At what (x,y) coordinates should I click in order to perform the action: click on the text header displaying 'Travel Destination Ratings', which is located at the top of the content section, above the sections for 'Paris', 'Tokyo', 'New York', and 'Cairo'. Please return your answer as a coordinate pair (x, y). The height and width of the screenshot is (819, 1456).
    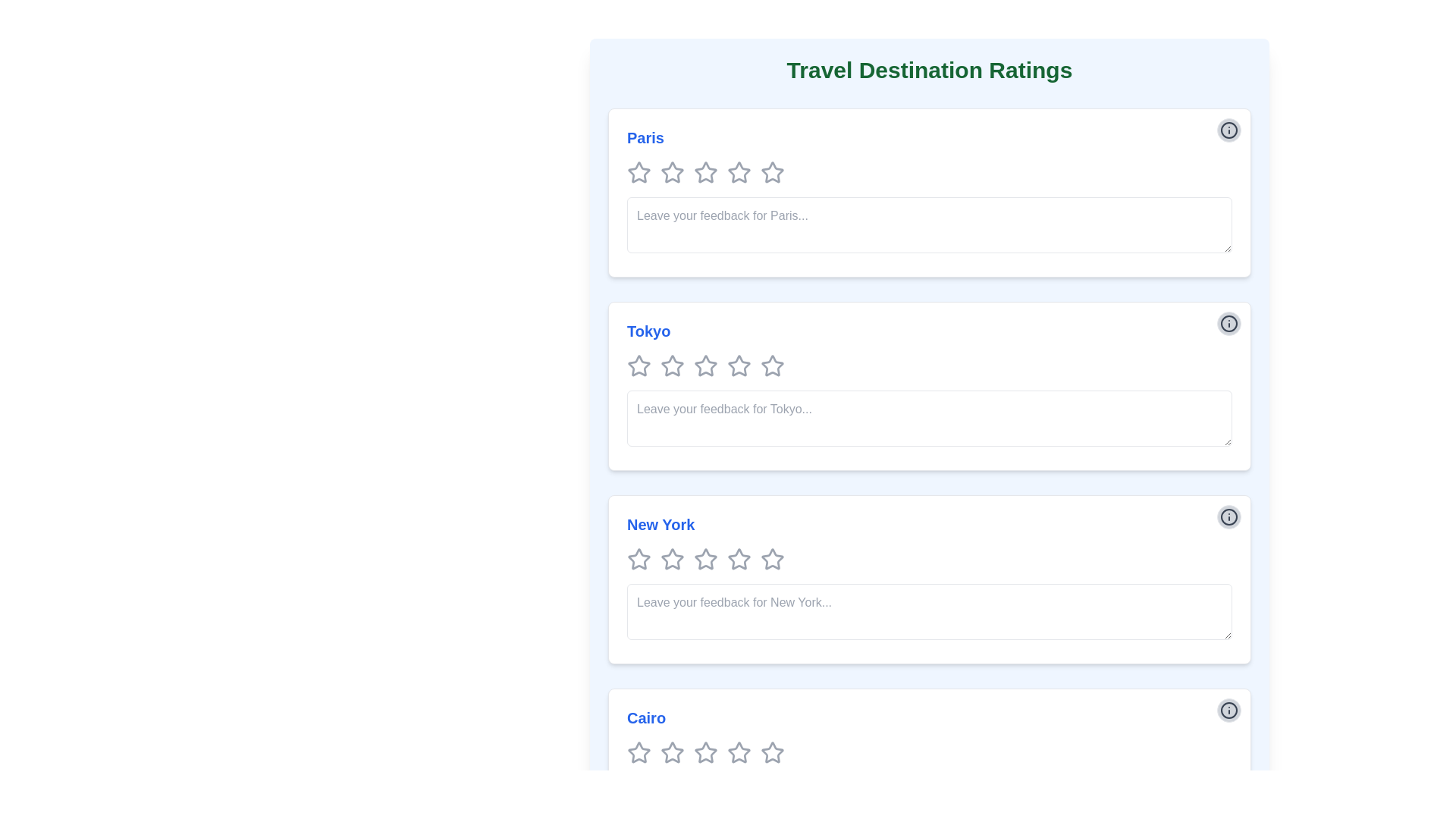
    Looking at the image, I should click on (928, 70).